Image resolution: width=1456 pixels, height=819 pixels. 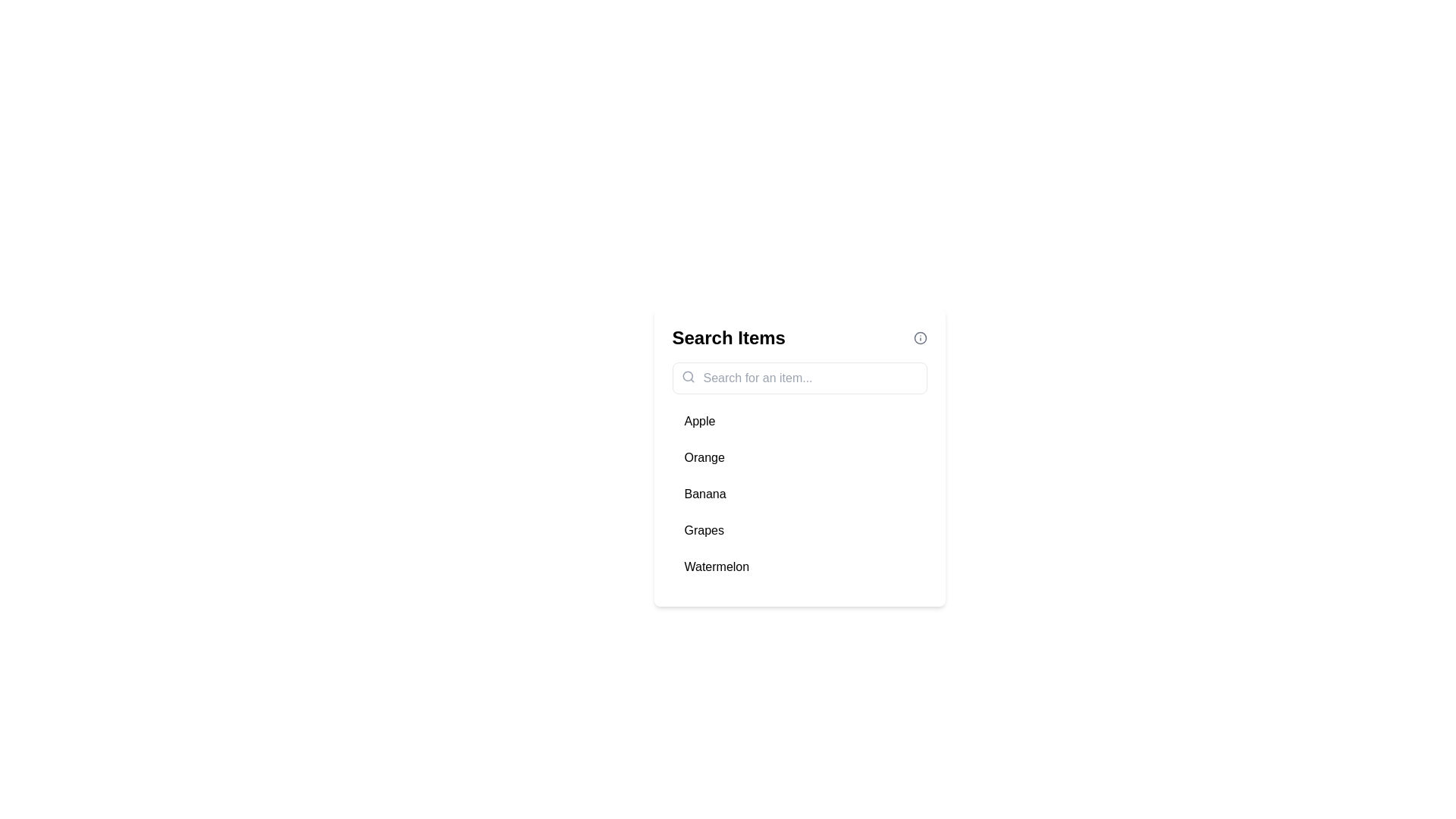 What do you see at coordinates (799, 494) in the screenshot?
I see `the item Banana from the list` at bounding box center [799, 494].